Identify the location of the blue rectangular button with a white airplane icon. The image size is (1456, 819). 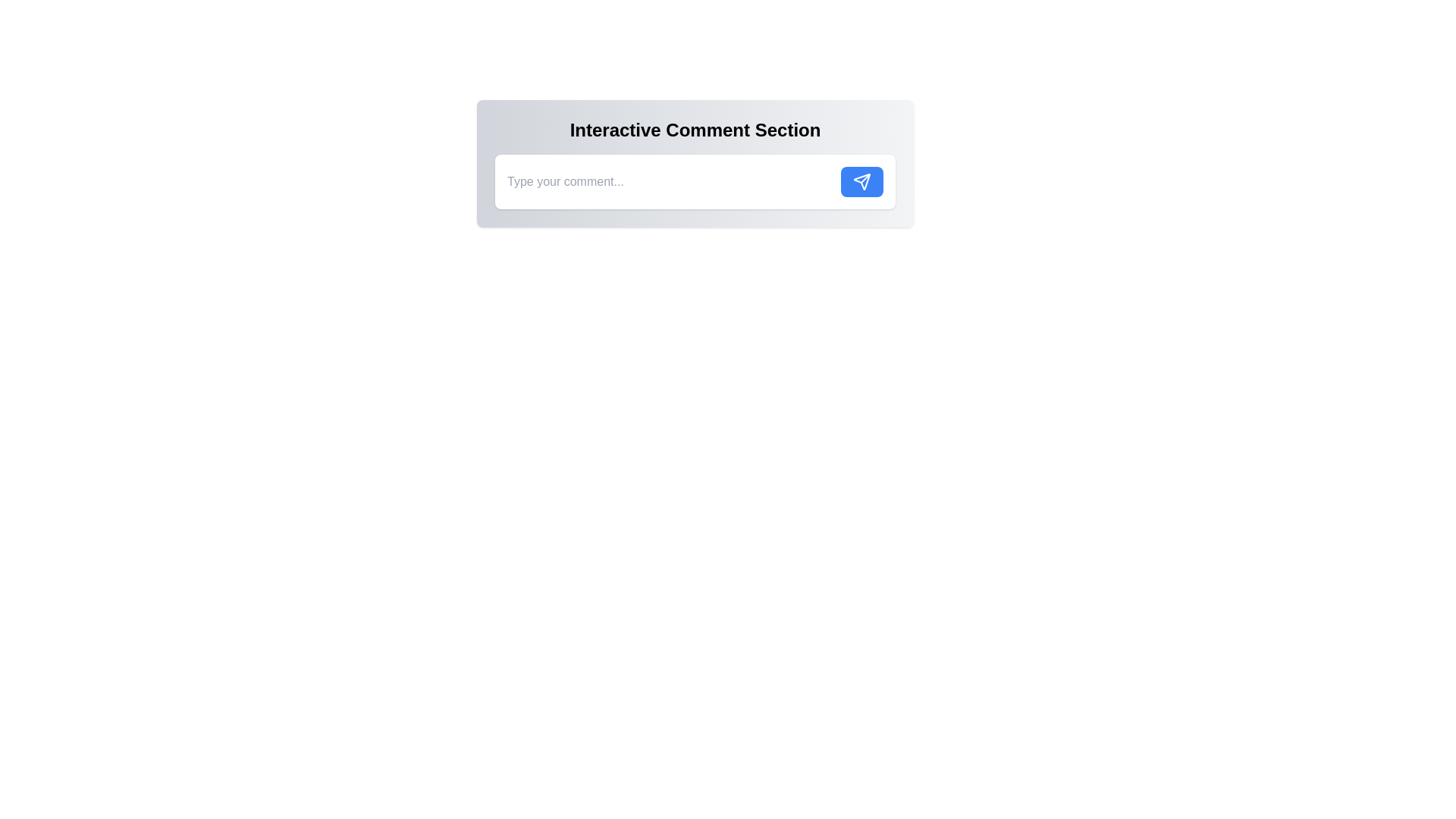
(862, 180).